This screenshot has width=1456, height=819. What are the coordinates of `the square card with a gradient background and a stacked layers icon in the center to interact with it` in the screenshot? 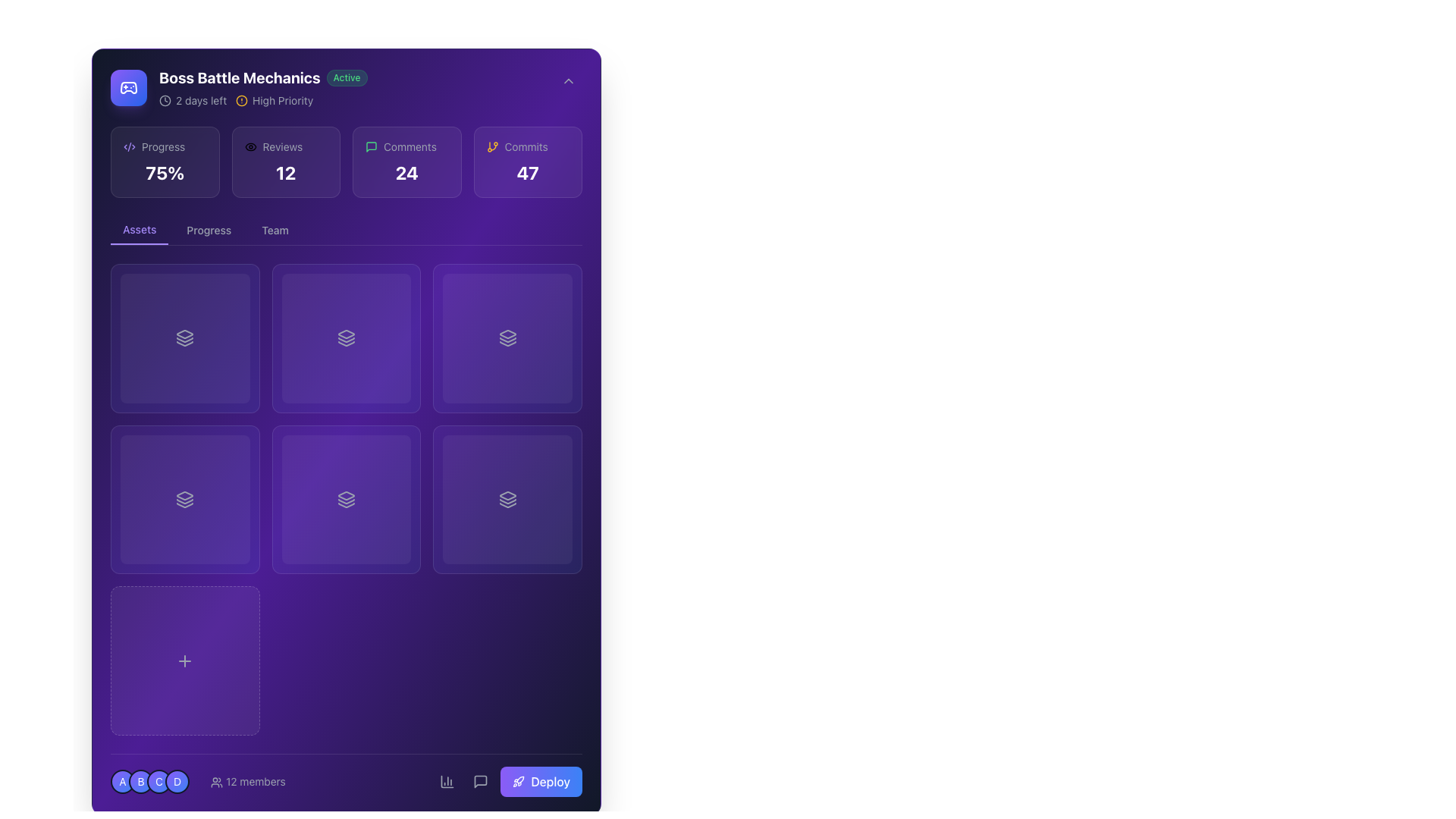 It's located at (345, 500).